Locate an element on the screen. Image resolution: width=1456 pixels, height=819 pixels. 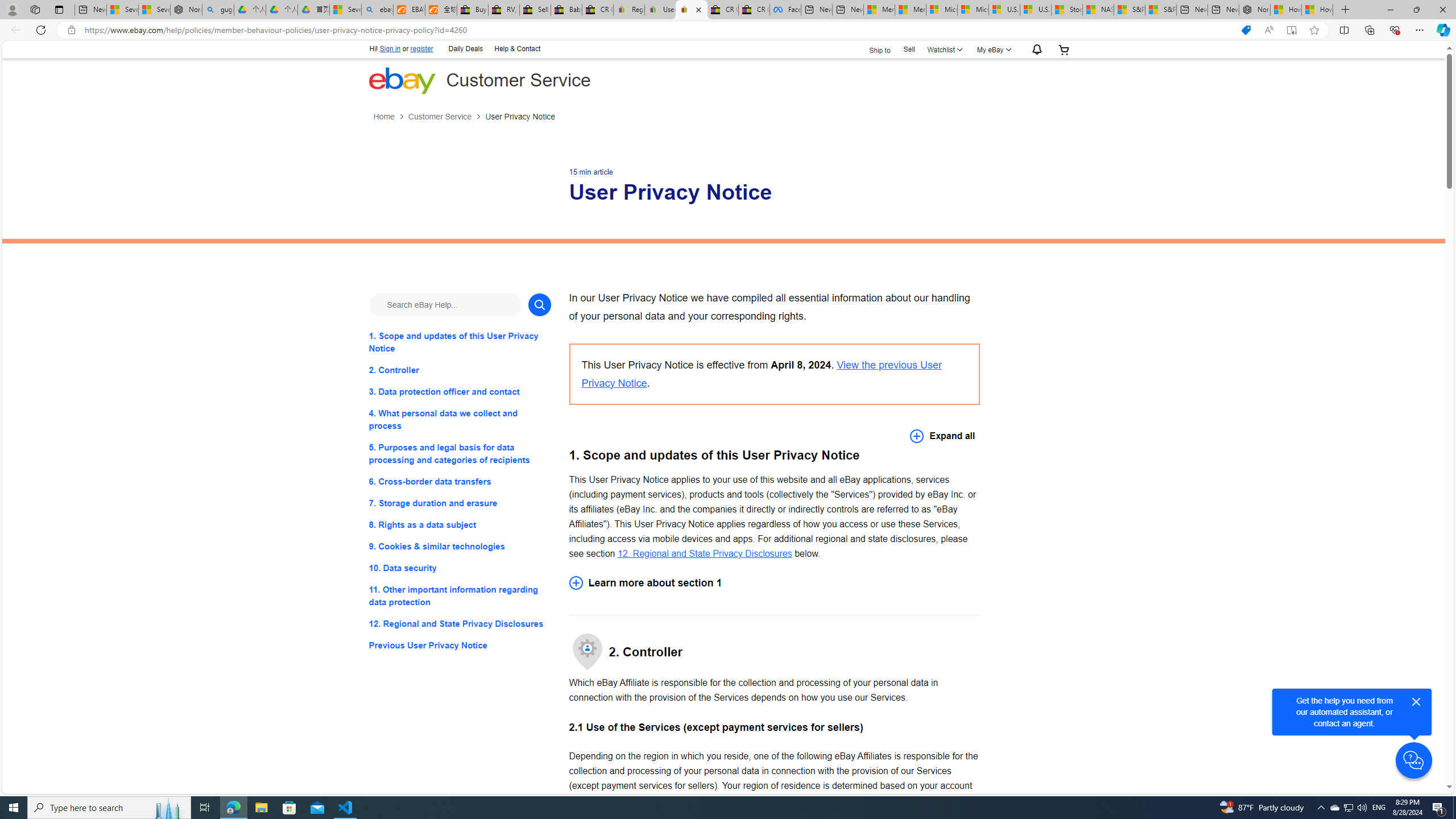
'Sign in' is located at coordinates (390, 48).